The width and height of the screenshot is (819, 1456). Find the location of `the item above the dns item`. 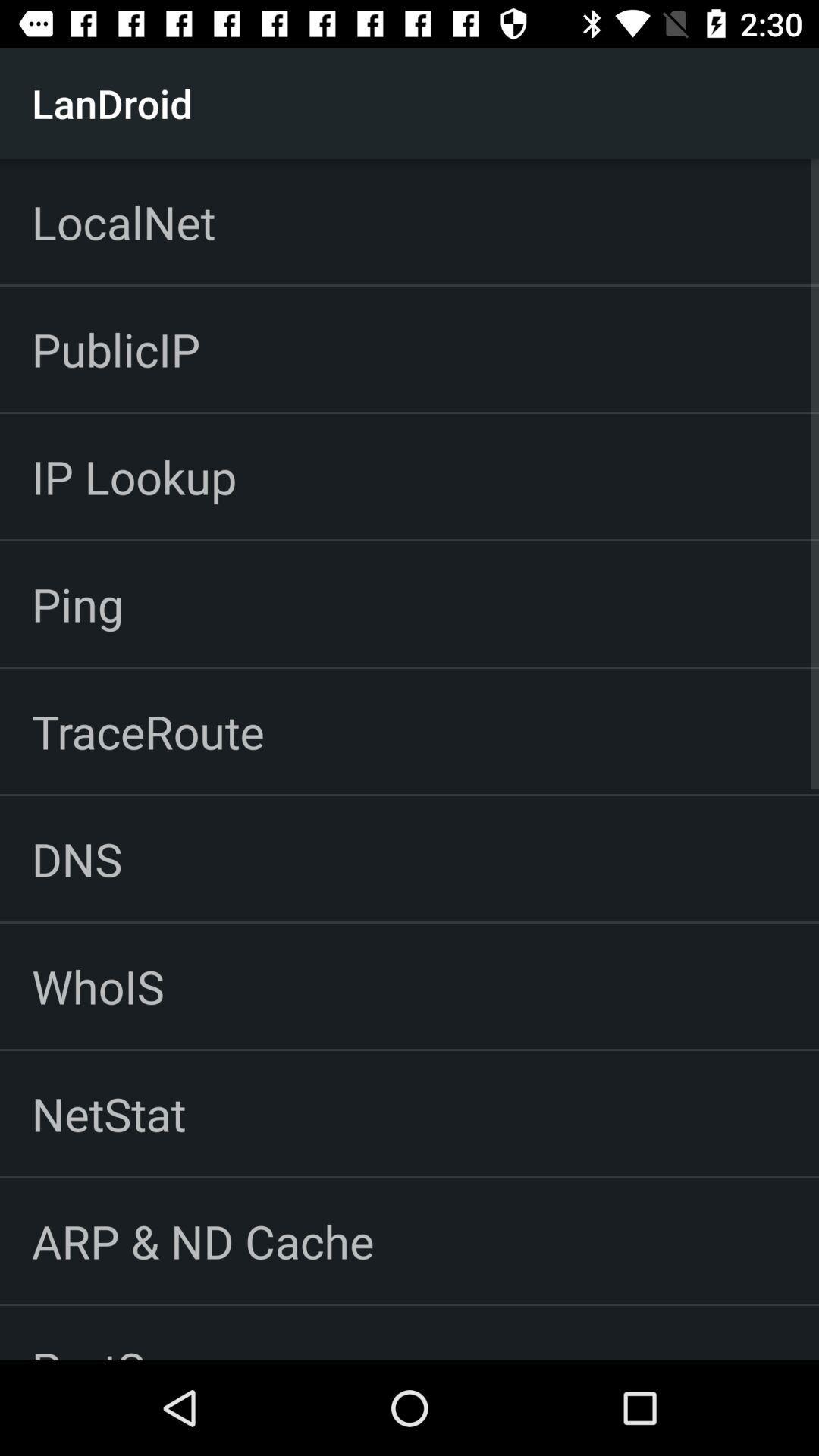

the item above the dns item is located at coordinates (148, 731).